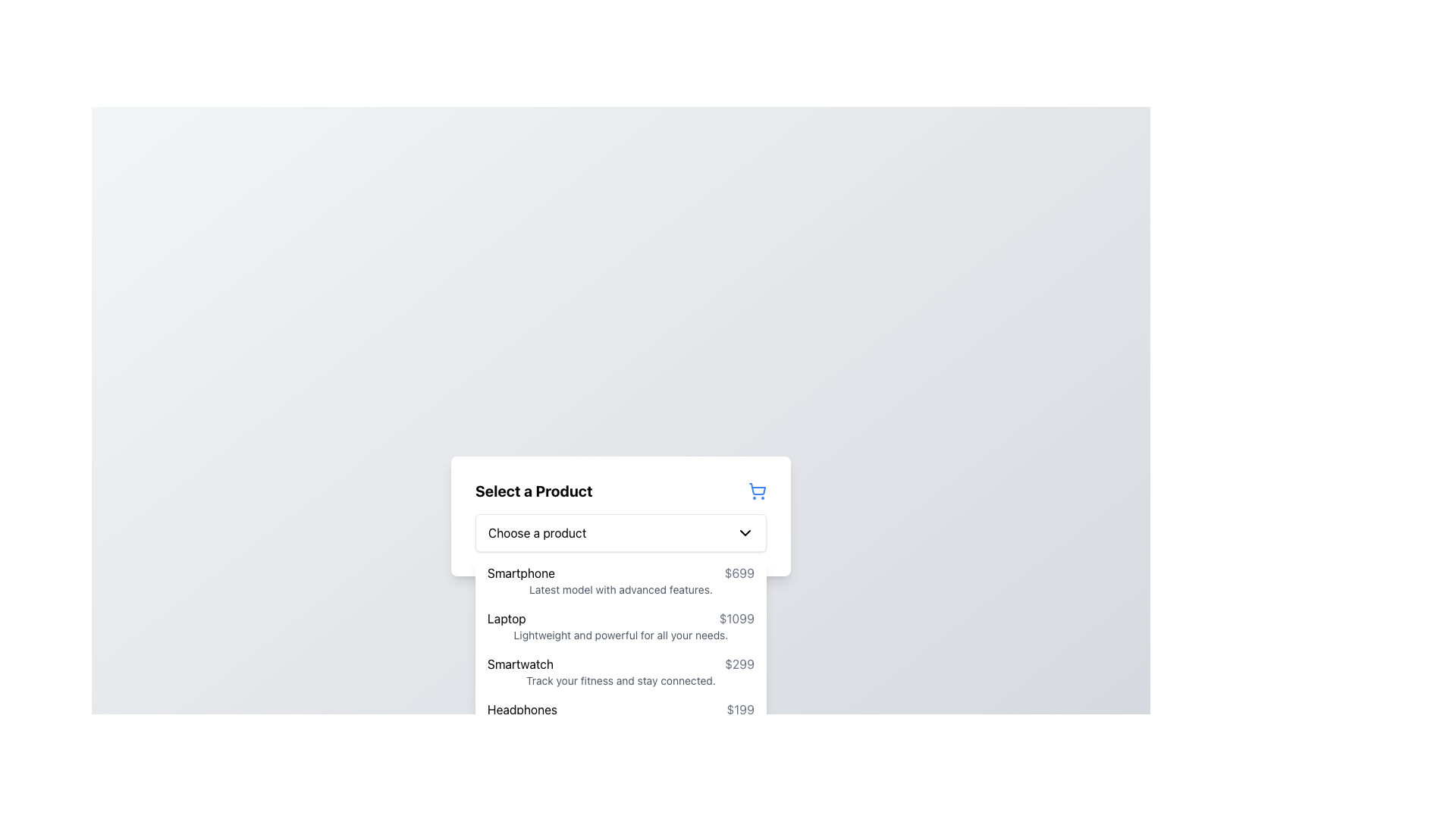 The width and height of the screenshot is (1456, 819). Describe the element at coordinates (739, 663) in the screenshot. I see `the price text label displaying '$299', which is part of a grid layout and is aligned to the right next to the 'Smartwatch' text` at that location.